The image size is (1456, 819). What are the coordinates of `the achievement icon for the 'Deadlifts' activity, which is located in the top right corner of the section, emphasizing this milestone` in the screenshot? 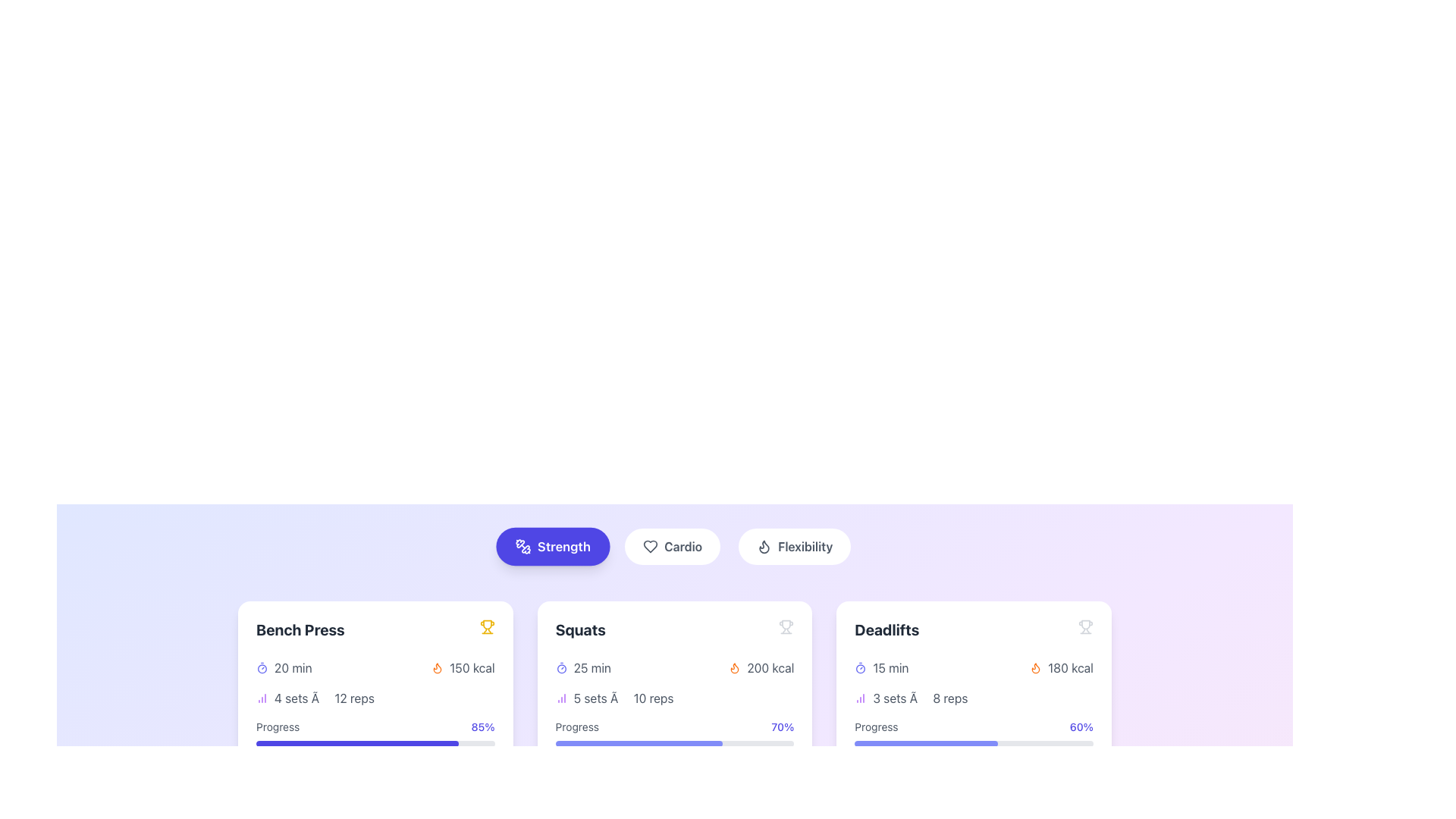 It's located at (1084, 626).